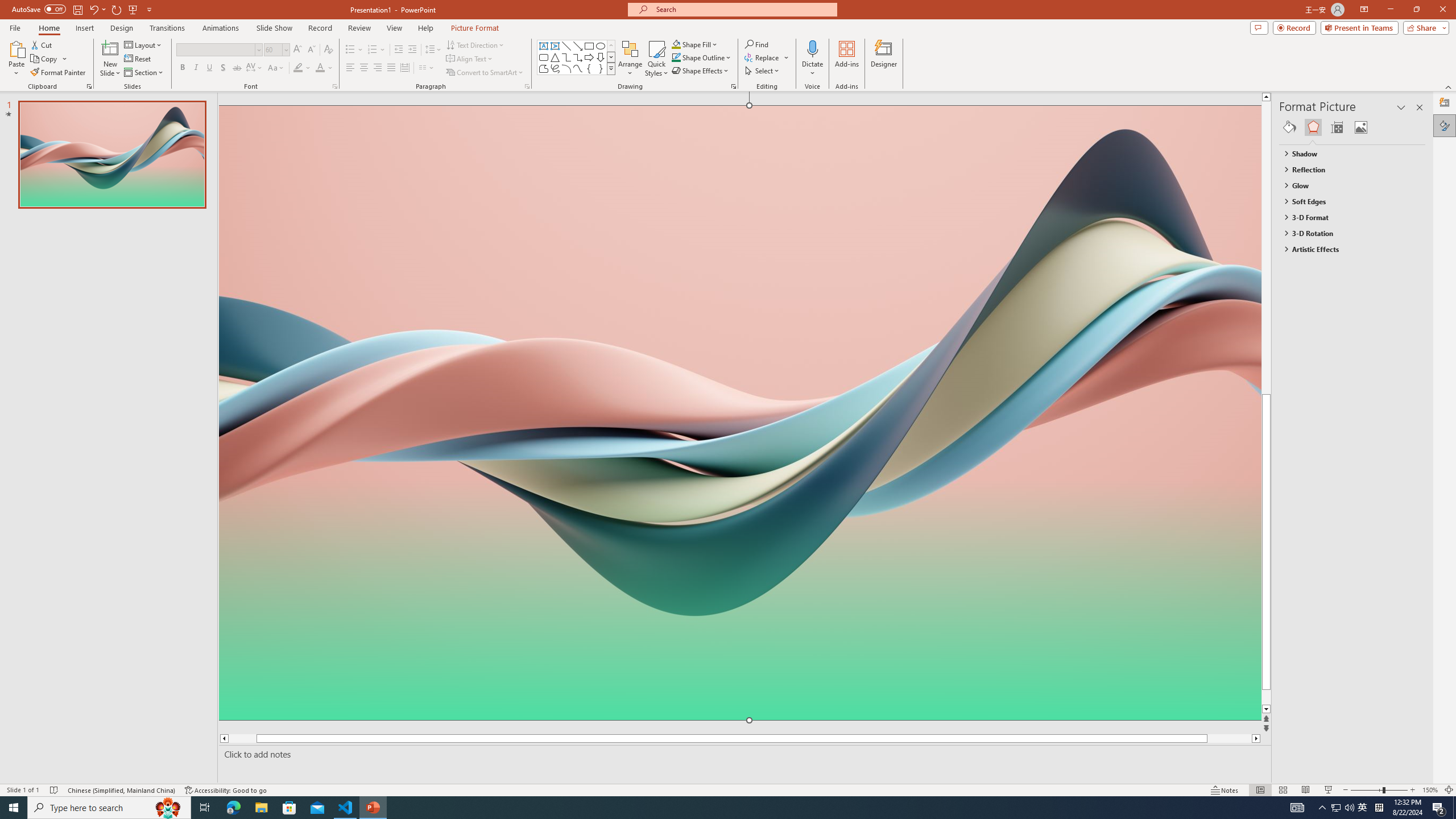 The width and height of the screenshot is (1456, 819). What do you see at coordinates (311, 49) in the screenshot?
I see `'Decrease Font Size'` at bounding box center [311, 49].